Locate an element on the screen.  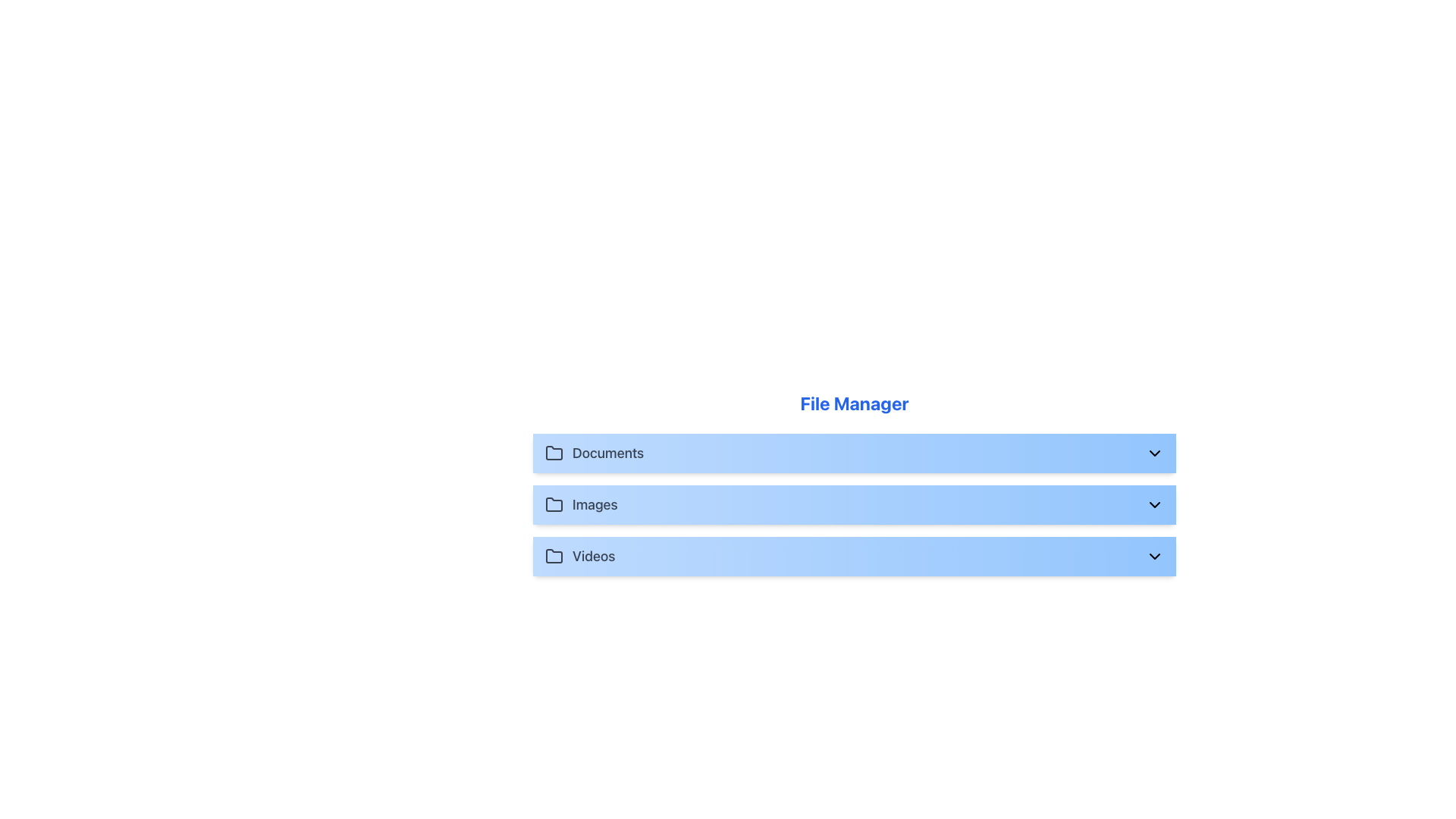
the first folder icon in the vertical list, which is styled with a frame-like design and has the text 'Documents' to its right is located at coordinates (553, 452).